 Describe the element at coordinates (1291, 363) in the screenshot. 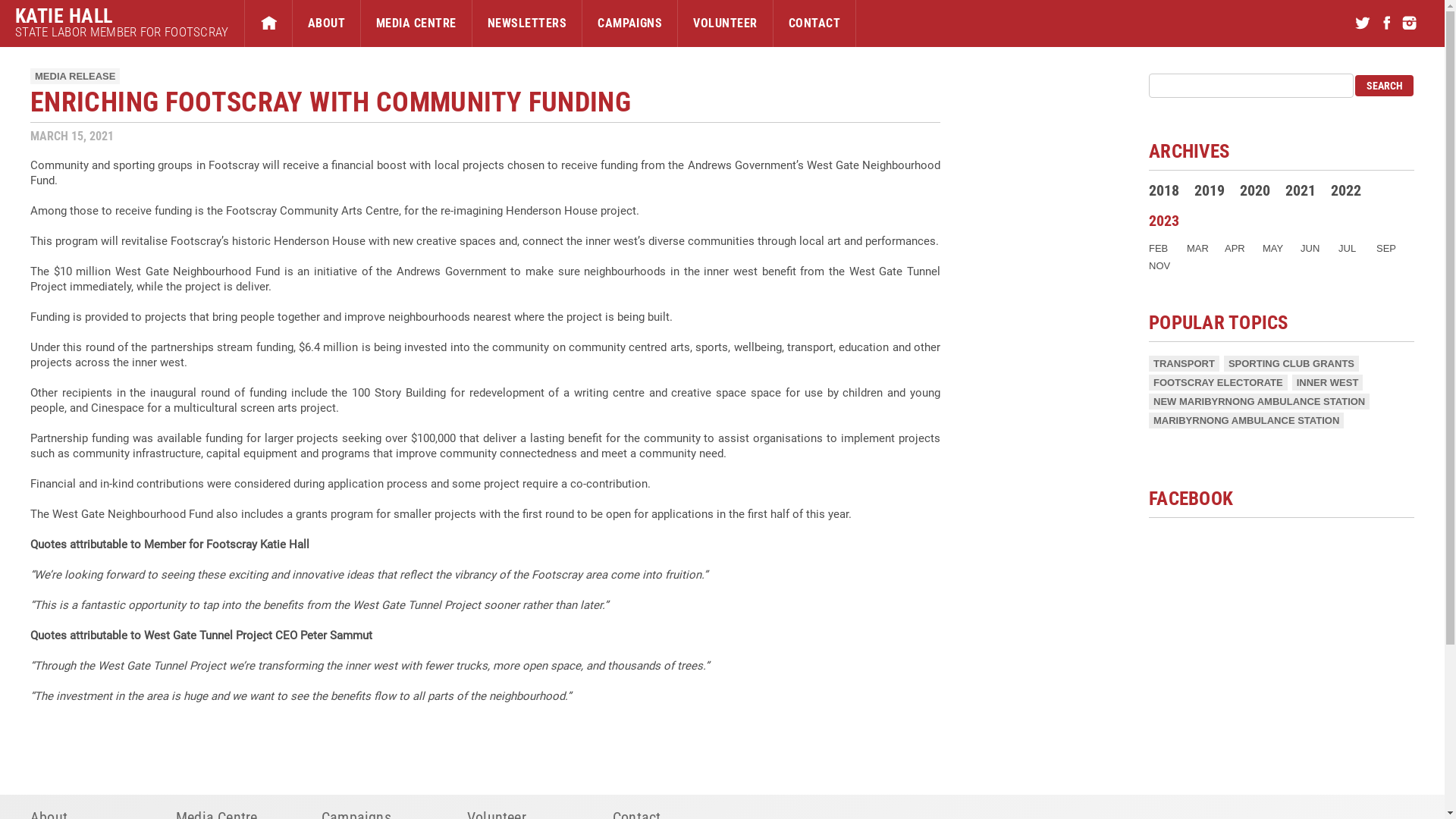

I see `'SPORTING CLUB GRANTS'` at that location.